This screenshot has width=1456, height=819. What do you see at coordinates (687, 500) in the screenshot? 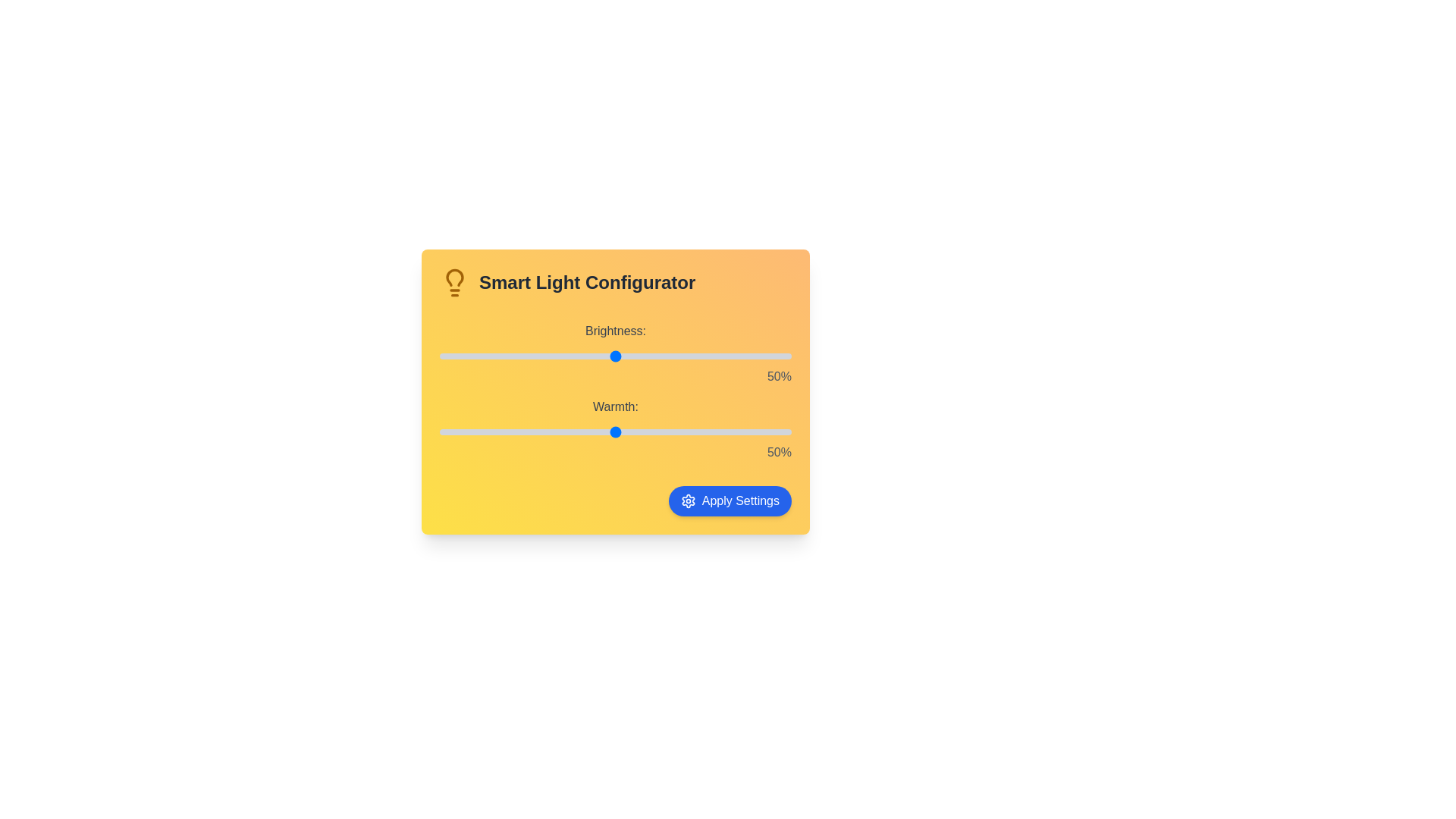
I see `the gear-like icon, which is styled in white atop a blue circular background, located at the leftmost side of the 'Apply Settings' button` at bounding box center [687, 500].